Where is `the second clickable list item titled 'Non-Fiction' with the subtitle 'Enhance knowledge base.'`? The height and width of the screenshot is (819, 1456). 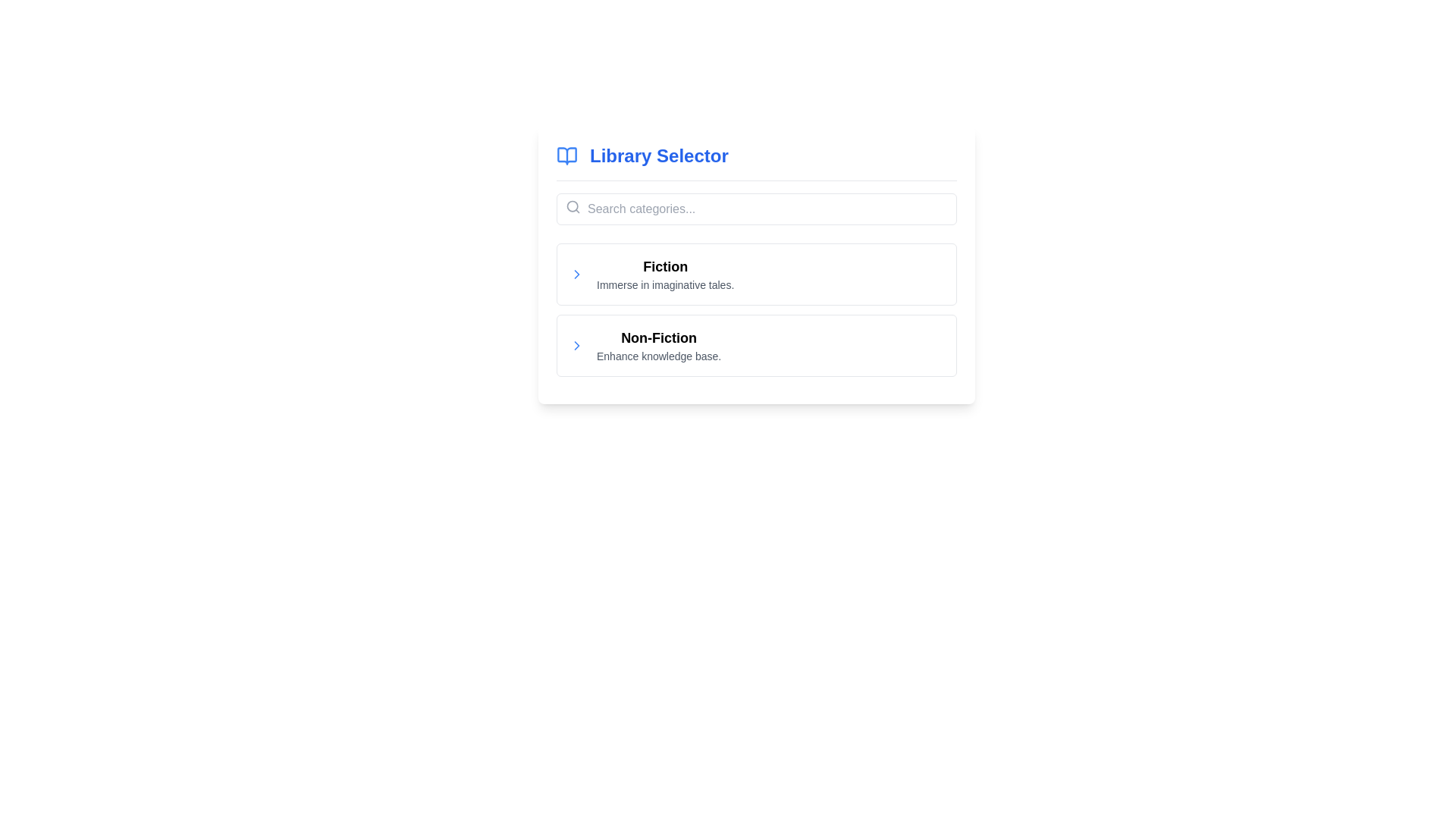 the second clickable list item titled 'Non-Fiction' with the subtitle 'Enhance knowledge base.' is located at coordinates (757, 345).